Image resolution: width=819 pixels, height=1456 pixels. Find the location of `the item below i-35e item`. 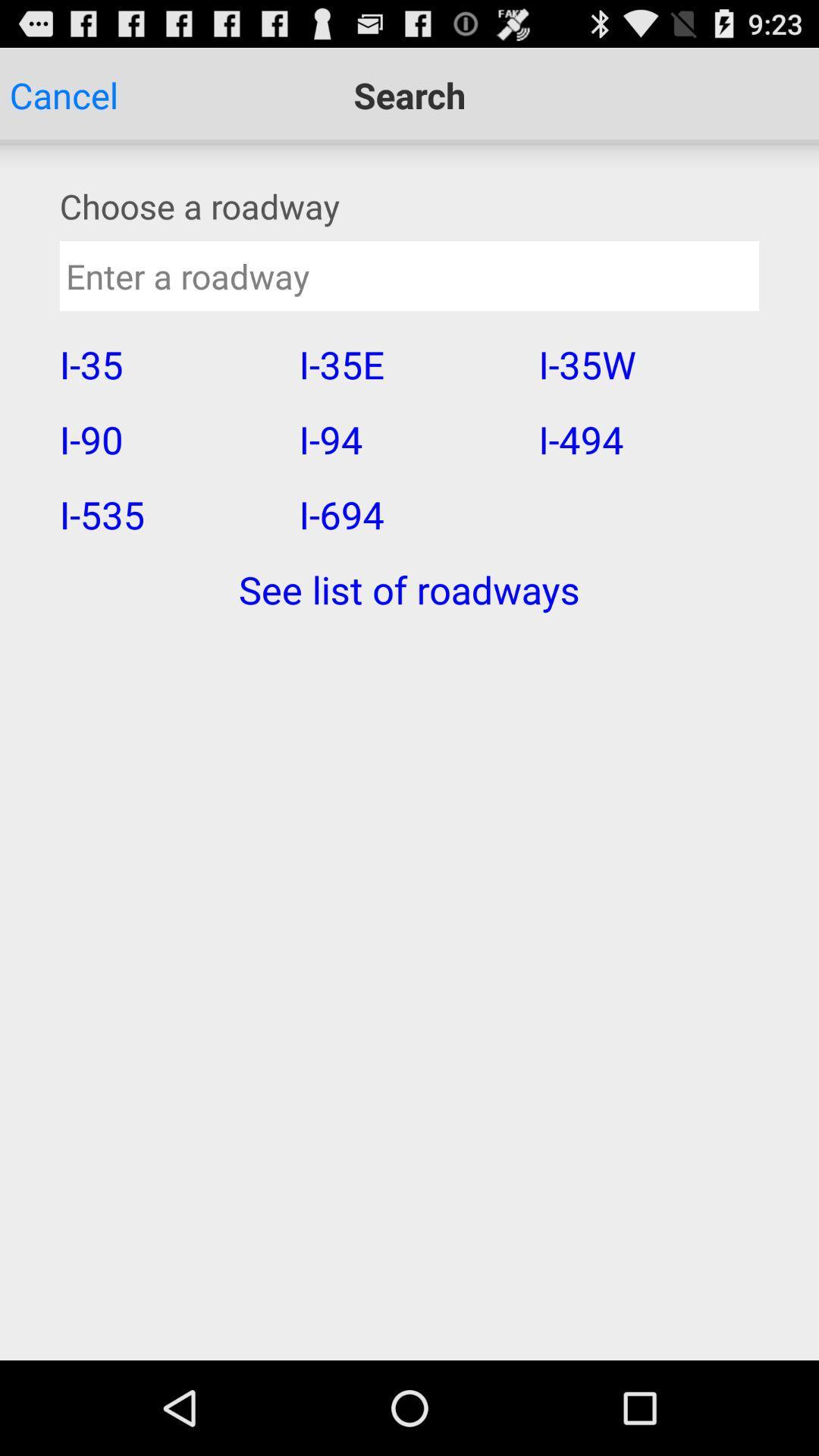

the item below i-35e item is located at coordinates (408, 438).